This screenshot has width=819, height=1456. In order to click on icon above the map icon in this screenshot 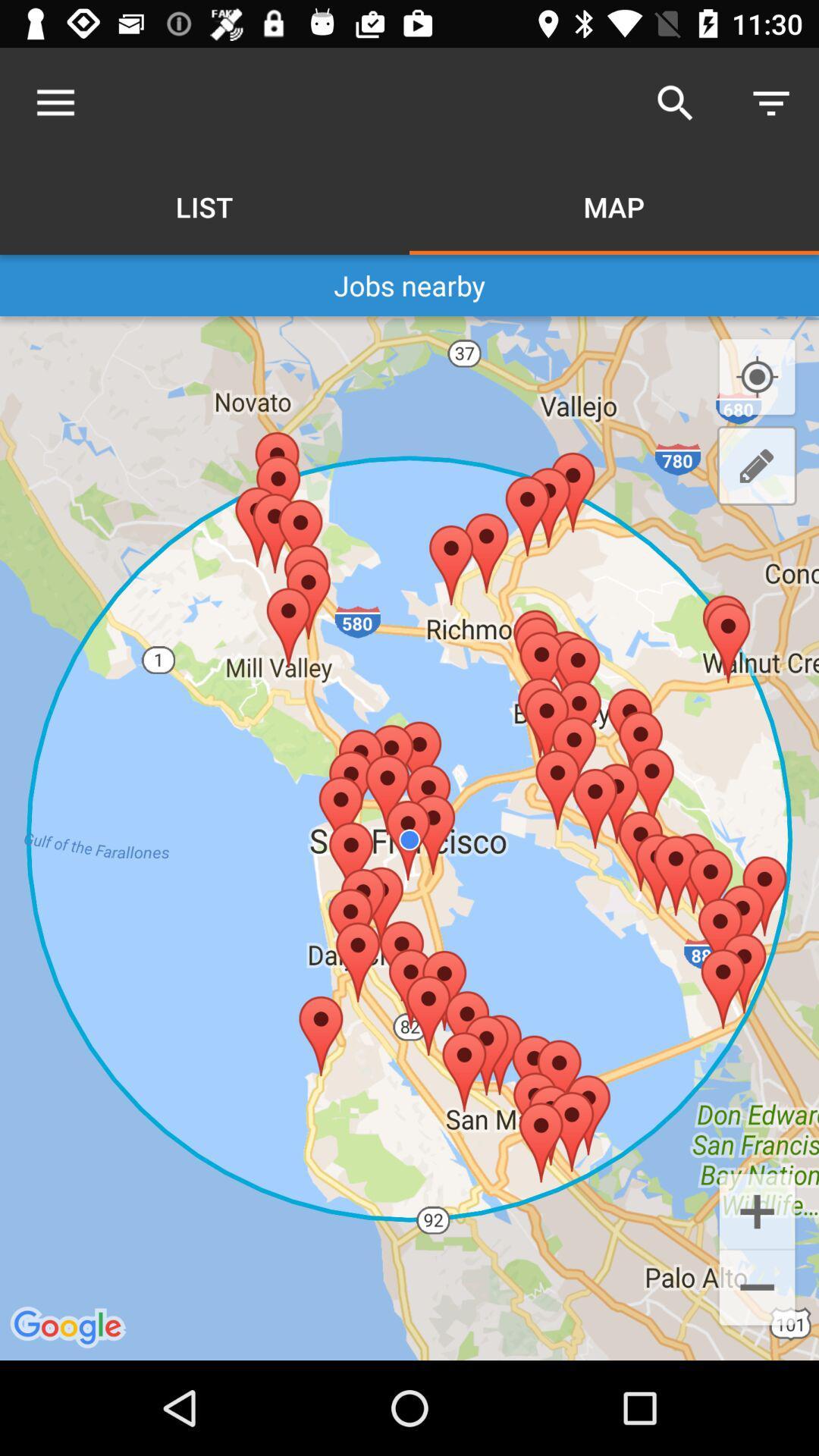, I will do `click(675, 102)`.